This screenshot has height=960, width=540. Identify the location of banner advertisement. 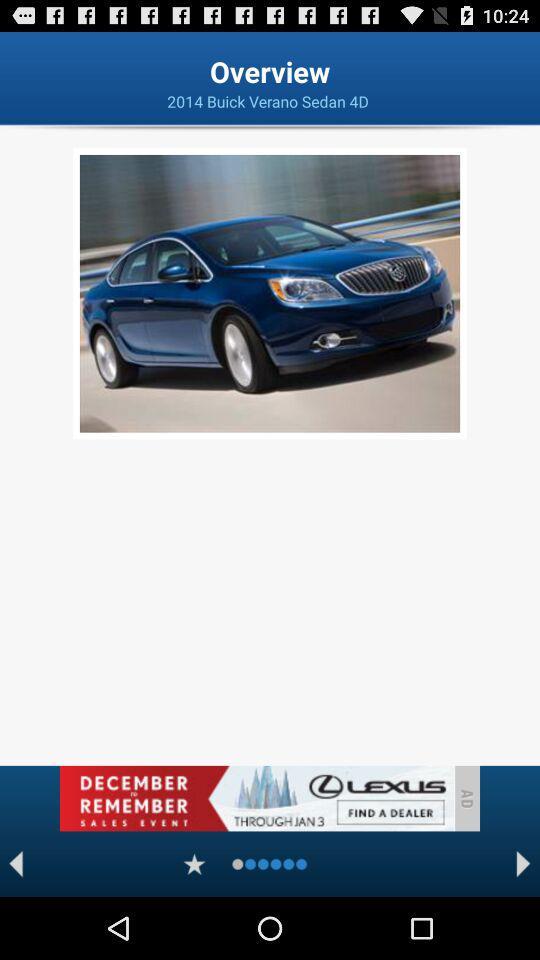
(256, 798).